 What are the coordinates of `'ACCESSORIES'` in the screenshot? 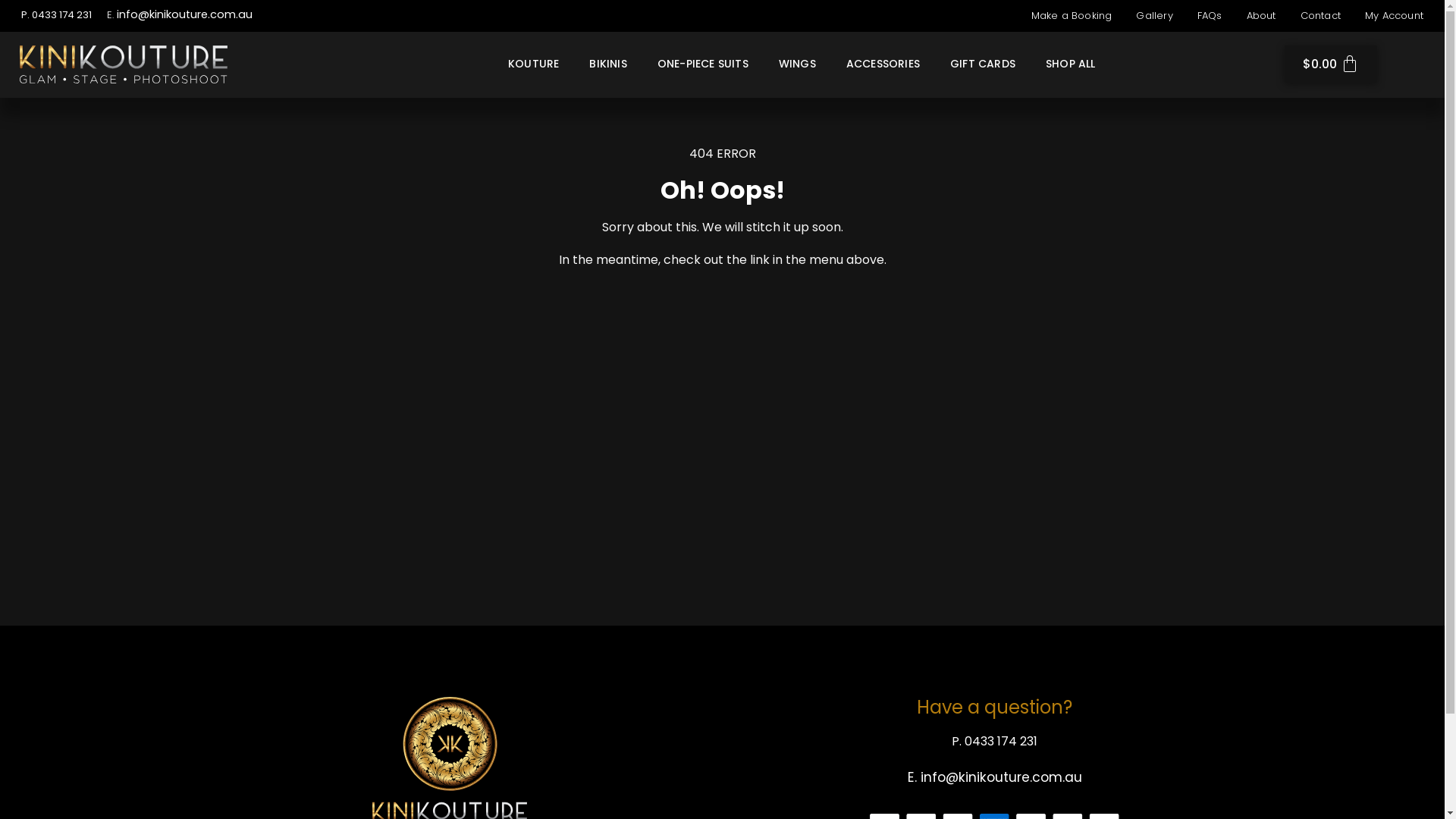 It's located at (833, 63).